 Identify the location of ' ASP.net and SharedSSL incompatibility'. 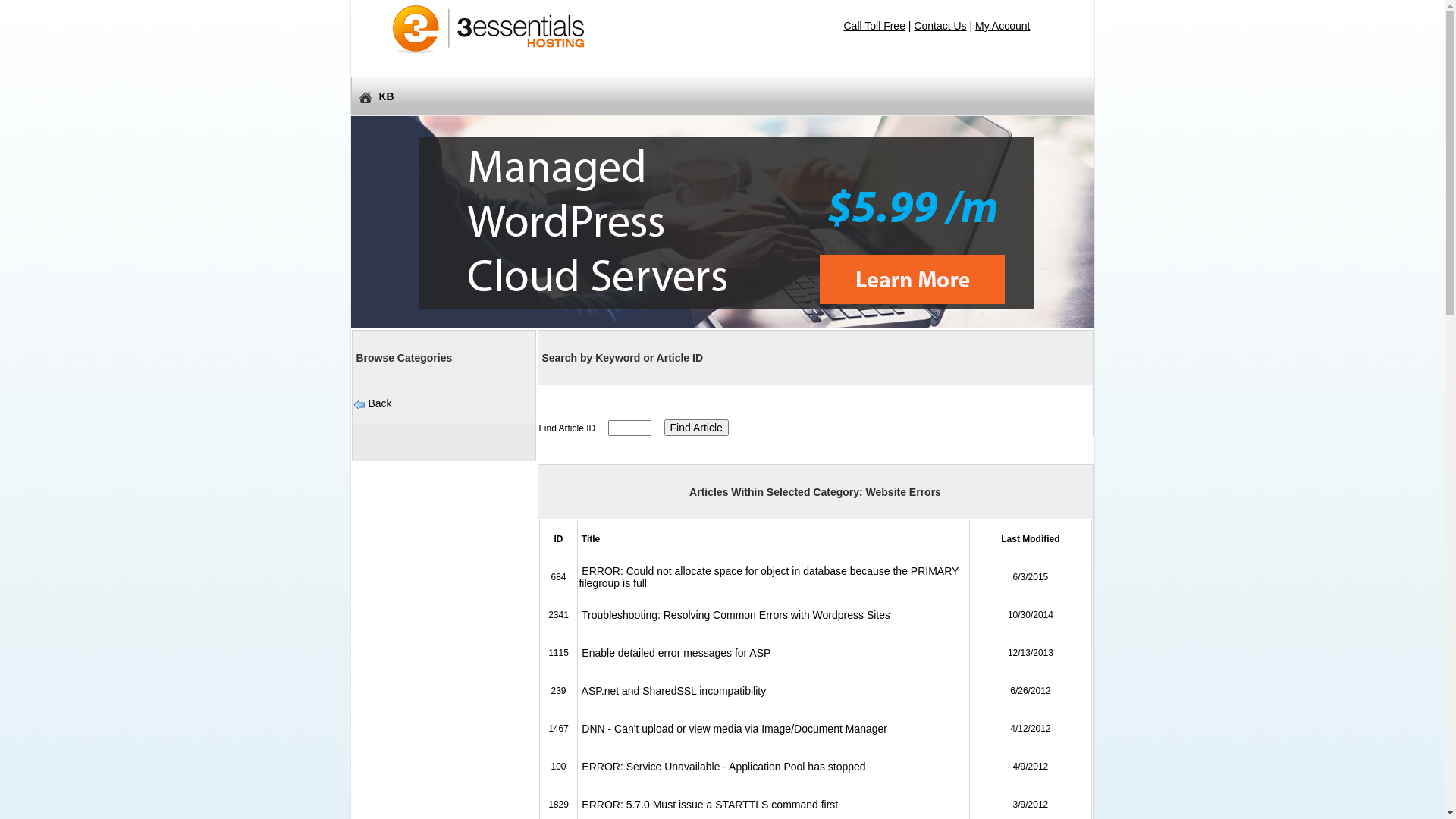
(578, 690).